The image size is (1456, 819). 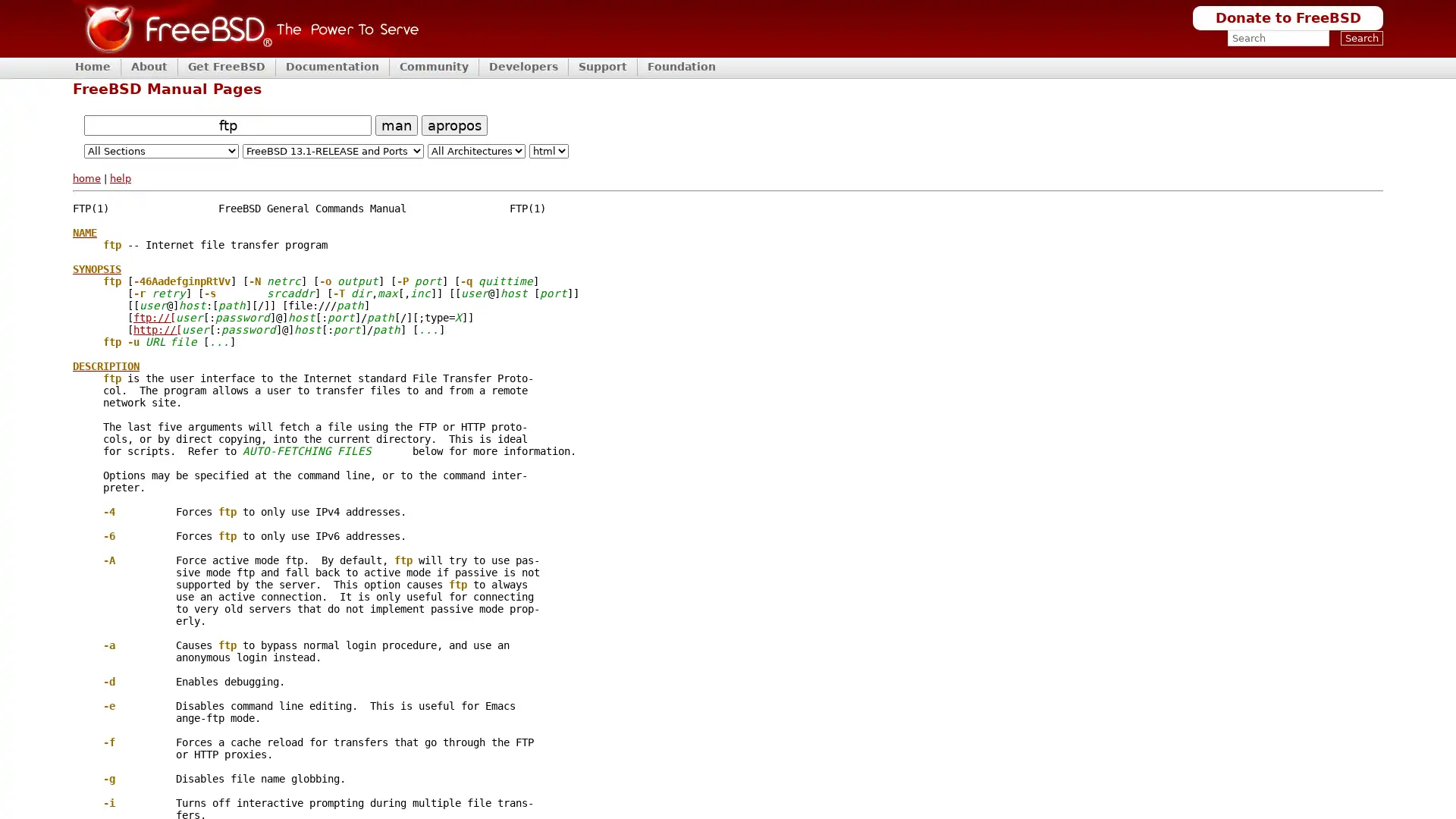 What do you see at coordinates (453, 124) in the screenshot?
I see `apropos` at bounding box center [453, 124].